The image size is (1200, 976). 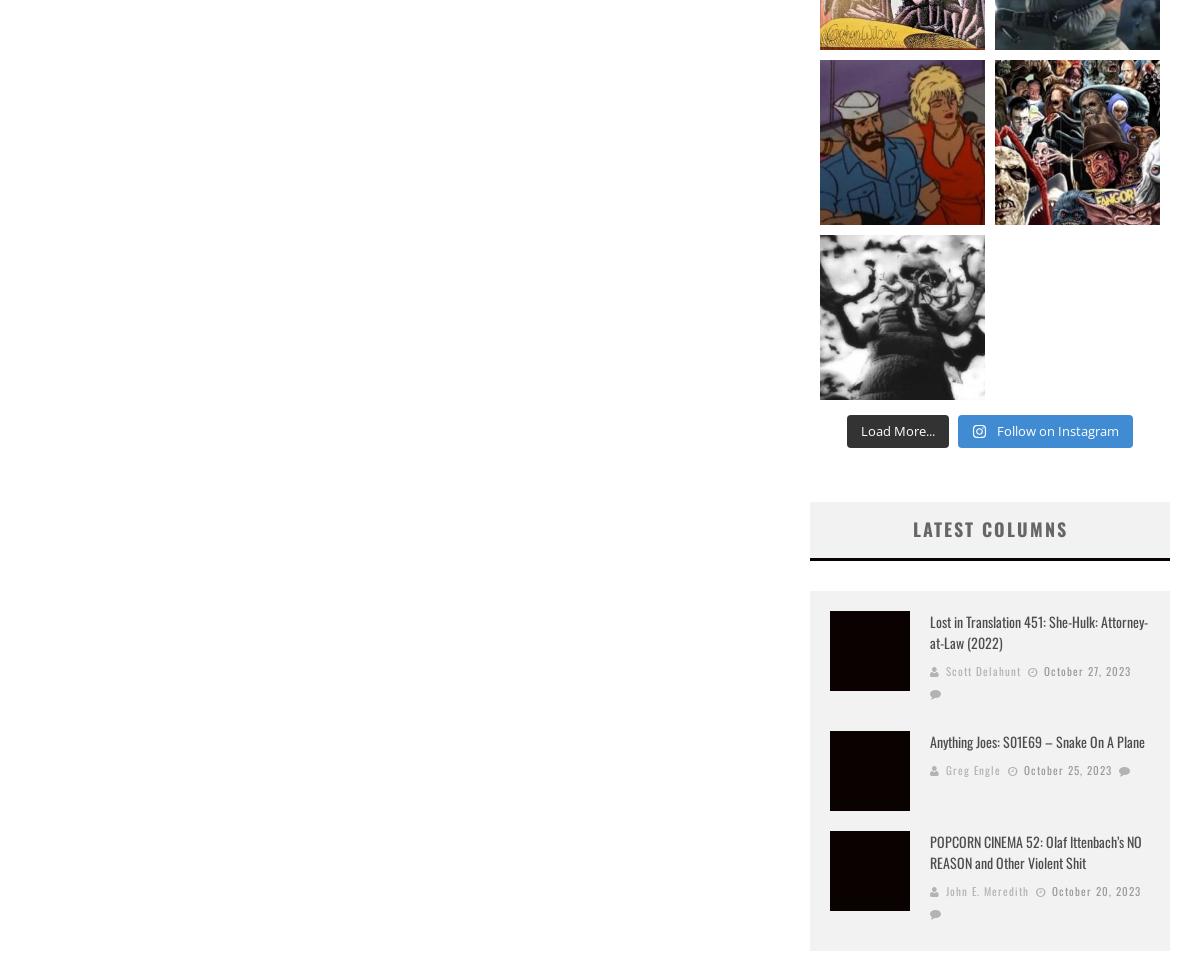 I want to click on 'John E. Meredith', so click(x=987, y=889).